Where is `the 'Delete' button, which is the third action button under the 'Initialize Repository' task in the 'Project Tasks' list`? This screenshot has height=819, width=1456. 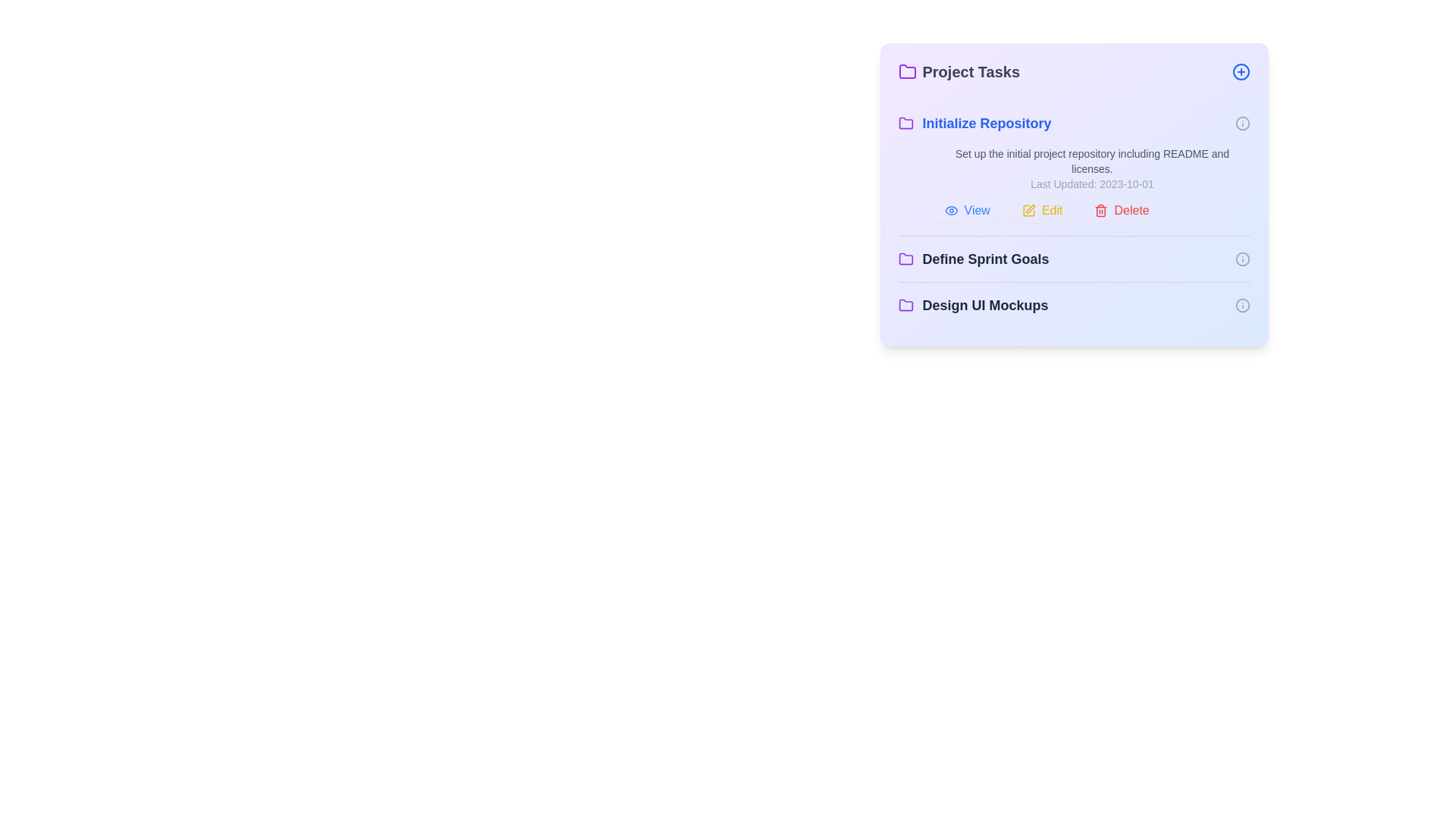
the 'Delete' button, which is the third action button under the 'Initialize Repository' task in the 'Project Tasks' list is located at coordinates (1122, 210).